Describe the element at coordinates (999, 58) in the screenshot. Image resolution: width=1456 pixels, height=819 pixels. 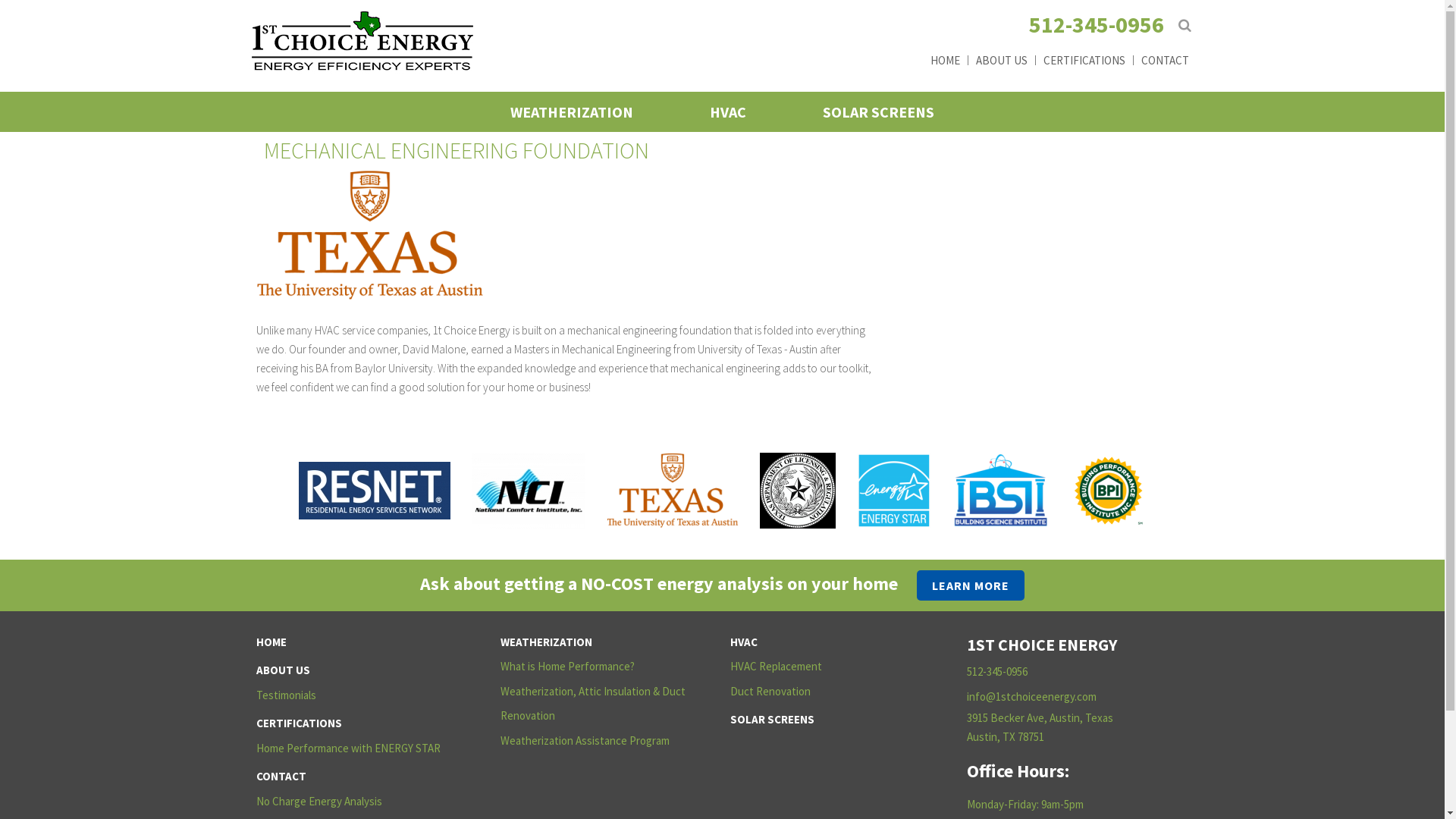
I see `'ABOUT US'` at that location.